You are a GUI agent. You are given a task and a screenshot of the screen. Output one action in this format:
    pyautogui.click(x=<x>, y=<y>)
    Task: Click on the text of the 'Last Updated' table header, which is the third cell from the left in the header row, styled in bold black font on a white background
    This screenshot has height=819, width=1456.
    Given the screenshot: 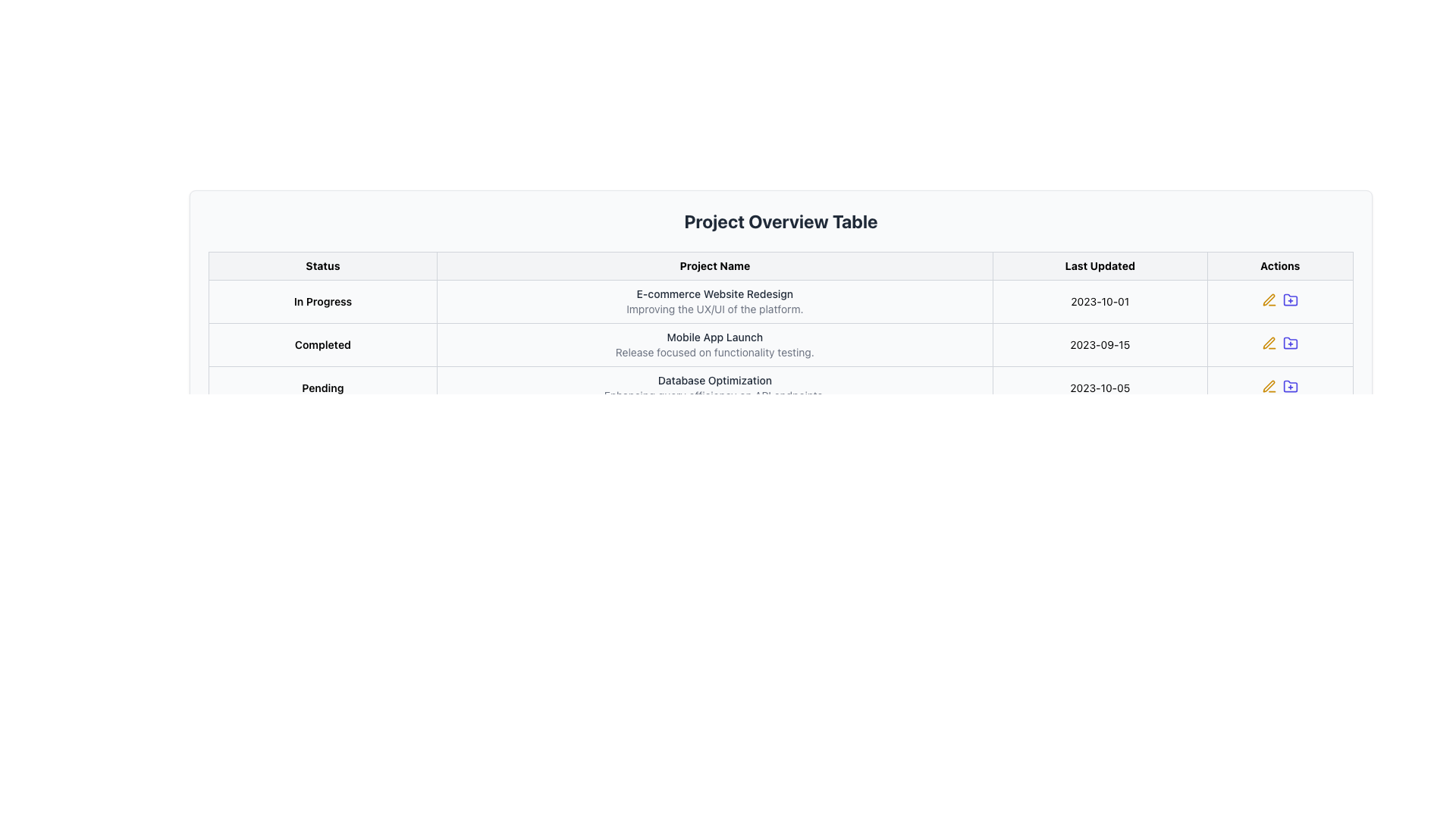 What is the action you would take?
    pyautogui.click(x=1100, y=265)
    